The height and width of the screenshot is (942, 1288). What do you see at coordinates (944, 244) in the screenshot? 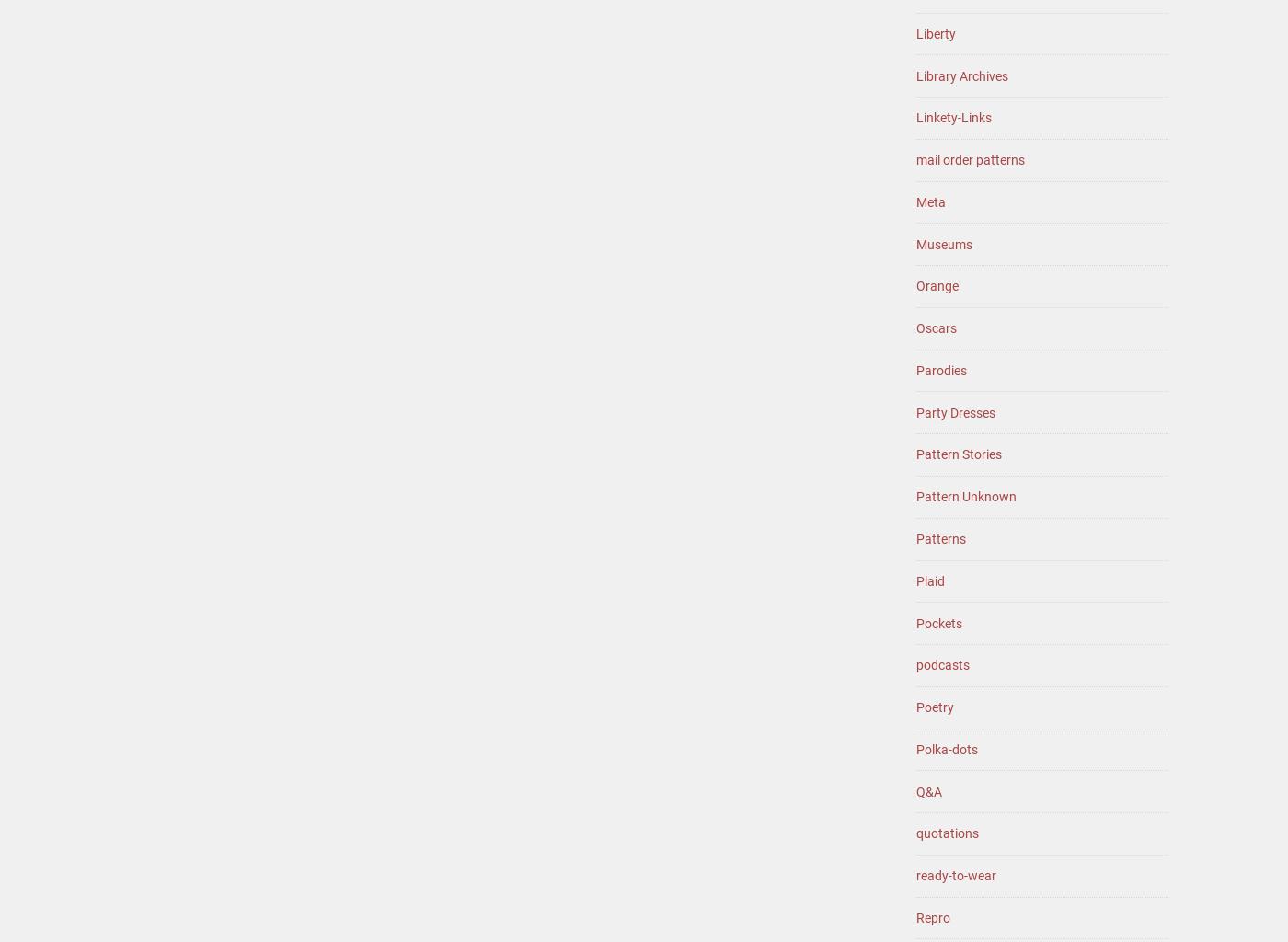
I see `'Museums'` at bounding box center [944, 244].